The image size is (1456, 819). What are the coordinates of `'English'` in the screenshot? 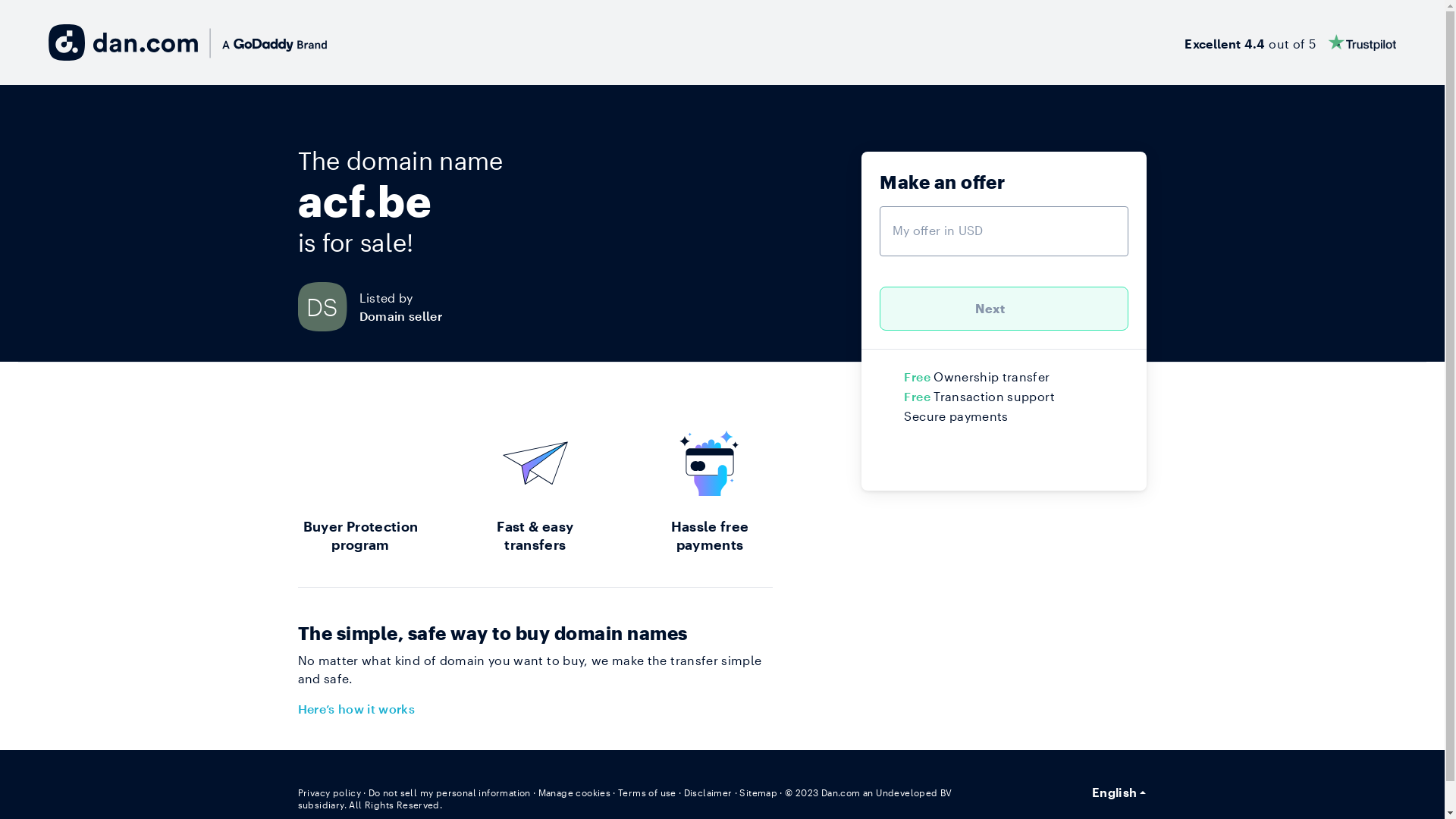 It's located at (1119, 792).